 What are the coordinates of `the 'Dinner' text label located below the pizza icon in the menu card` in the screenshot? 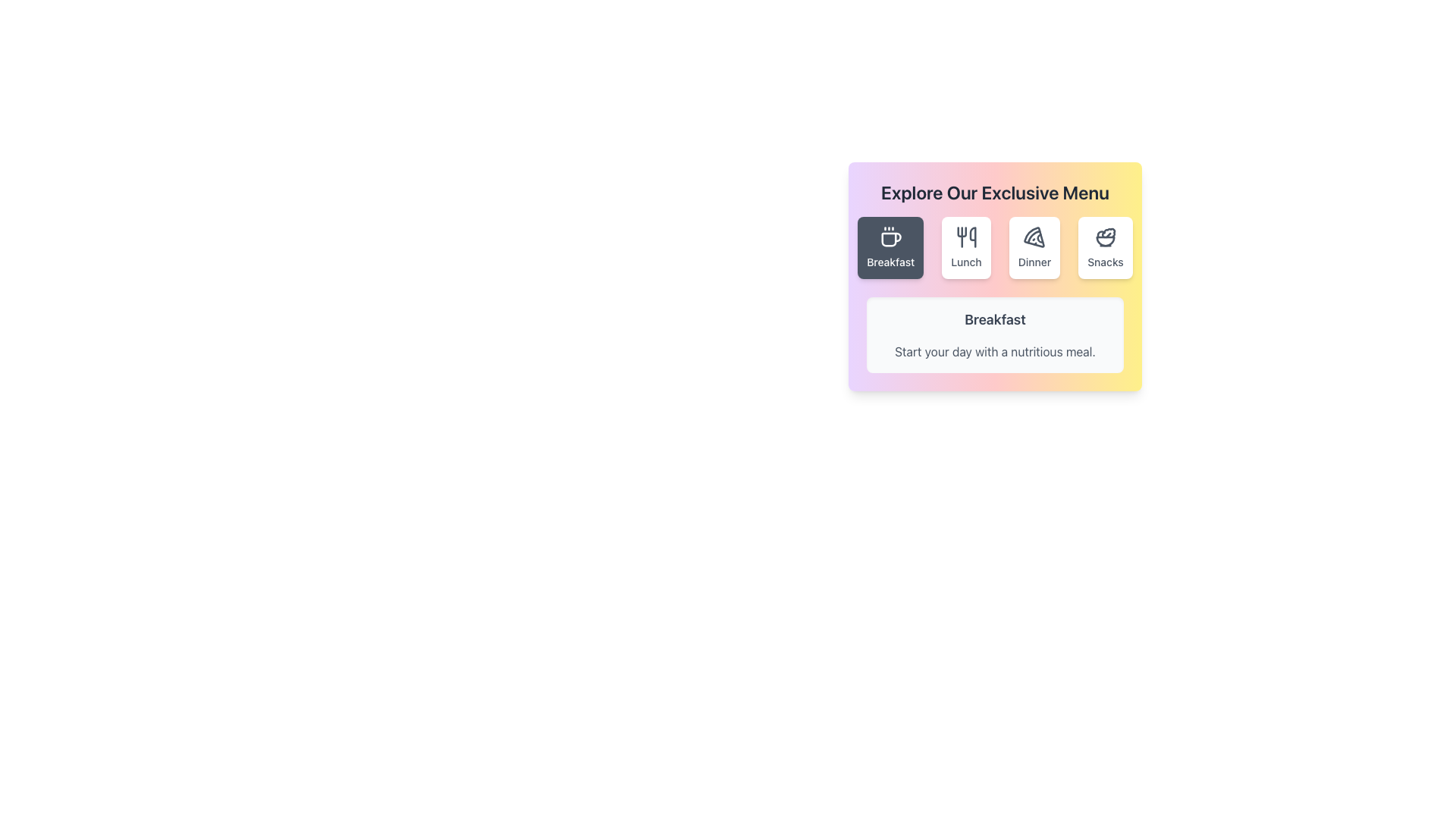 It's located at (1034, 262).